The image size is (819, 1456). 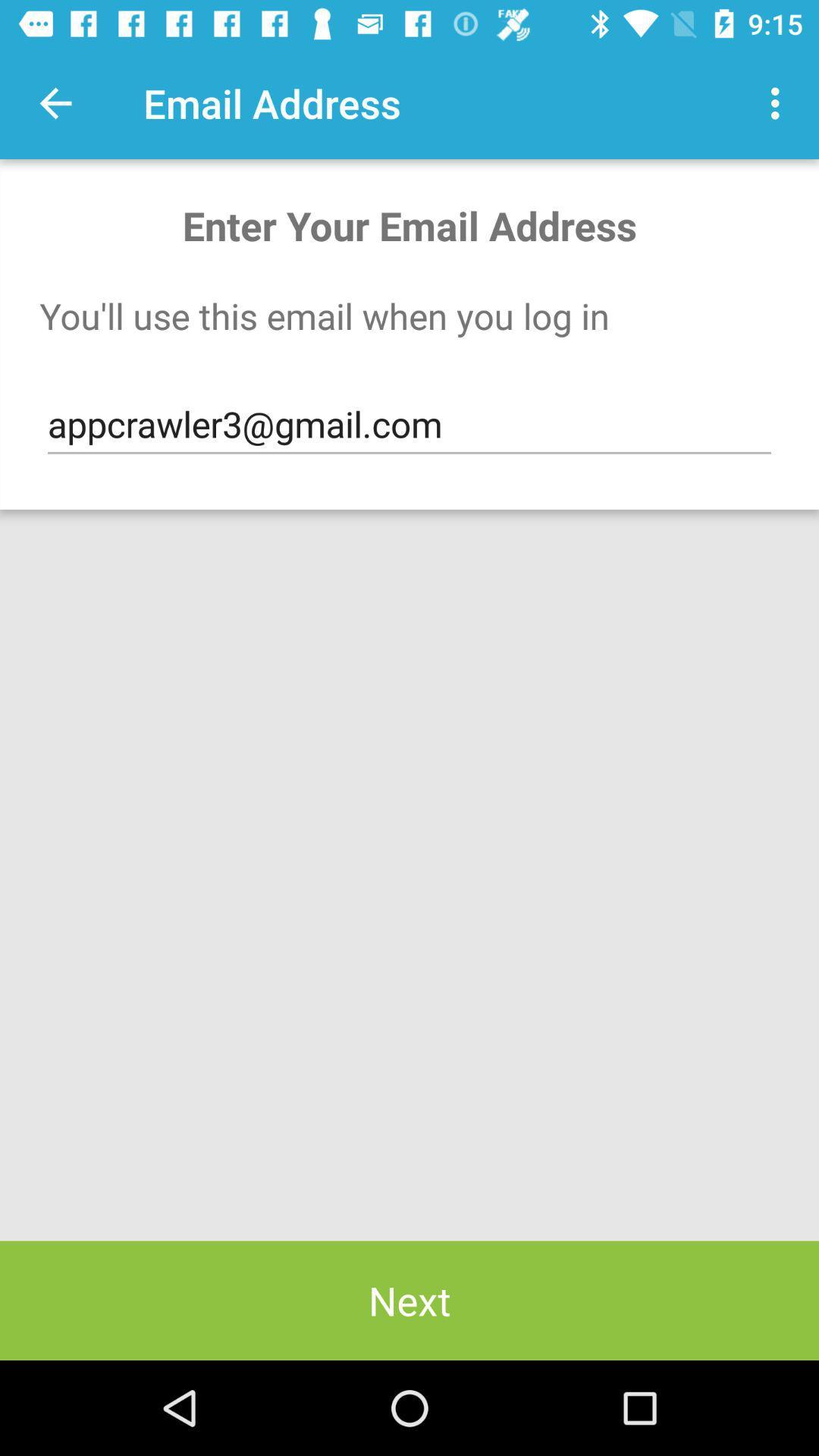 What do you see at coordinates (779, 102) in the screenshot?
I see `the icon next to email address icon` at bounding box center [779, 102].